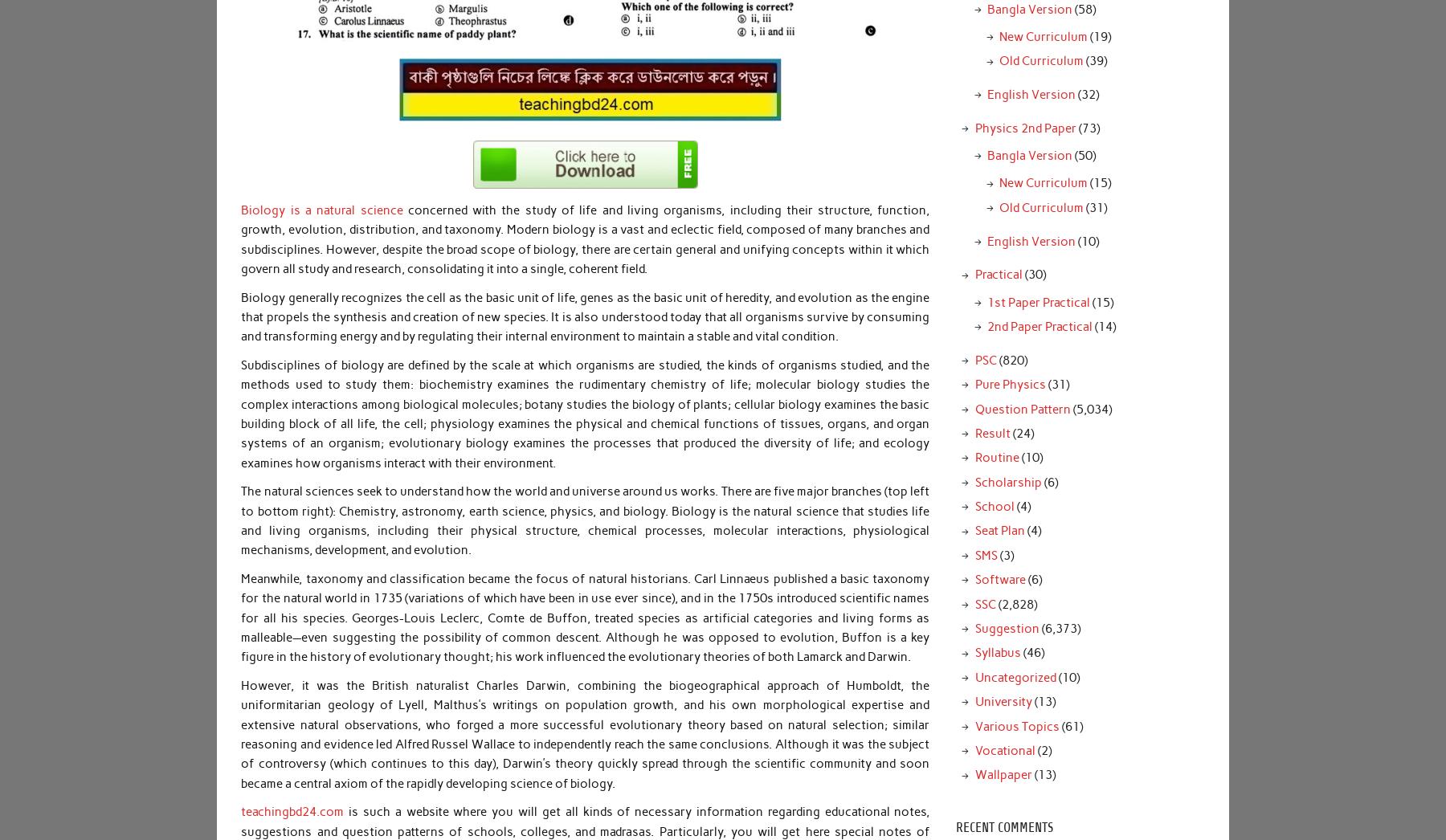 The height and width of the screenshot is (840, 1446). I want to click on 'Routine', so click(974, 456).